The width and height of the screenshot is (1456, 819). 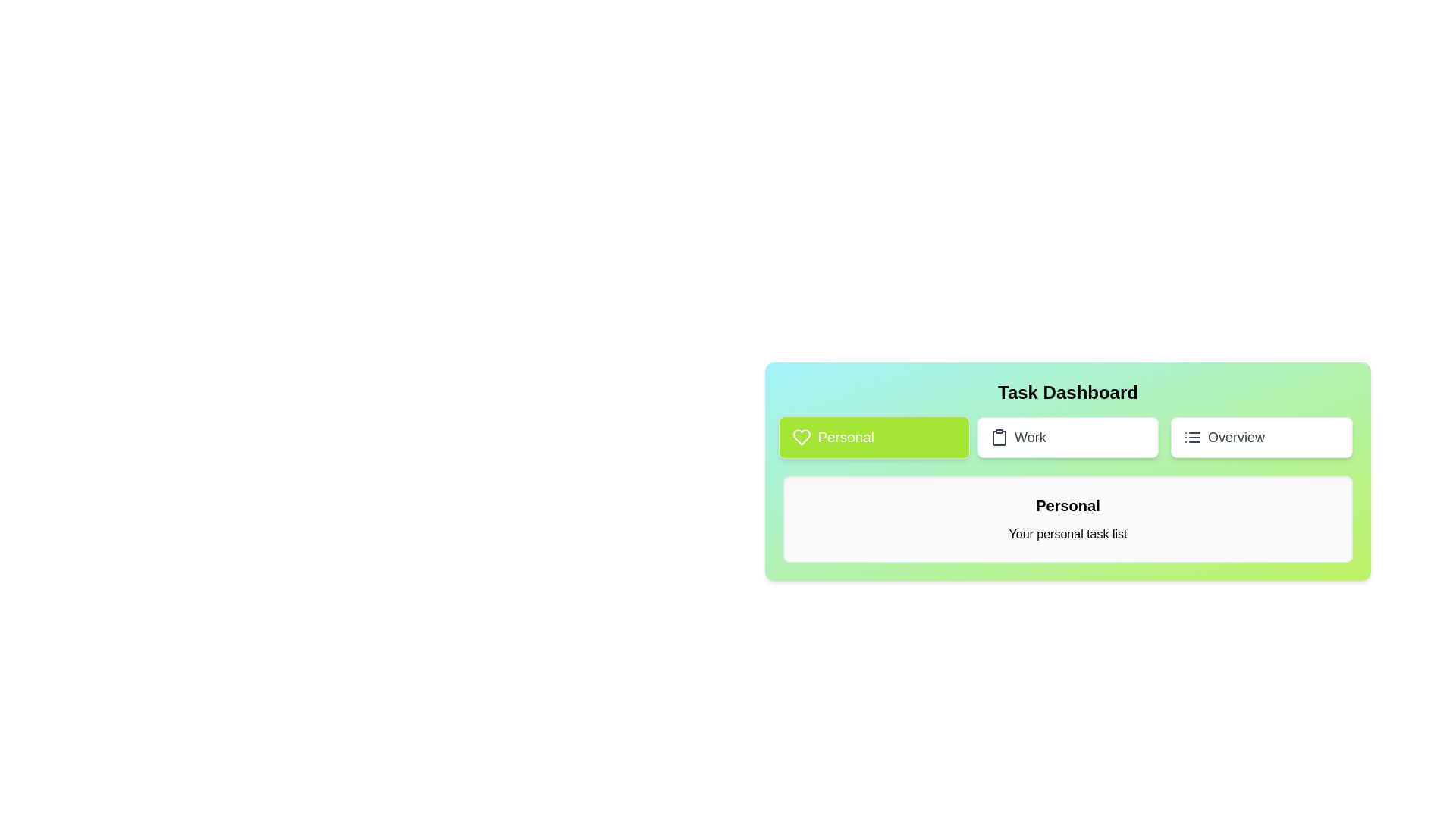 What do you see at coordinates (1262, 438) in the screenshot?
I see `the Overview tab` at bounding box center [1262, 438].